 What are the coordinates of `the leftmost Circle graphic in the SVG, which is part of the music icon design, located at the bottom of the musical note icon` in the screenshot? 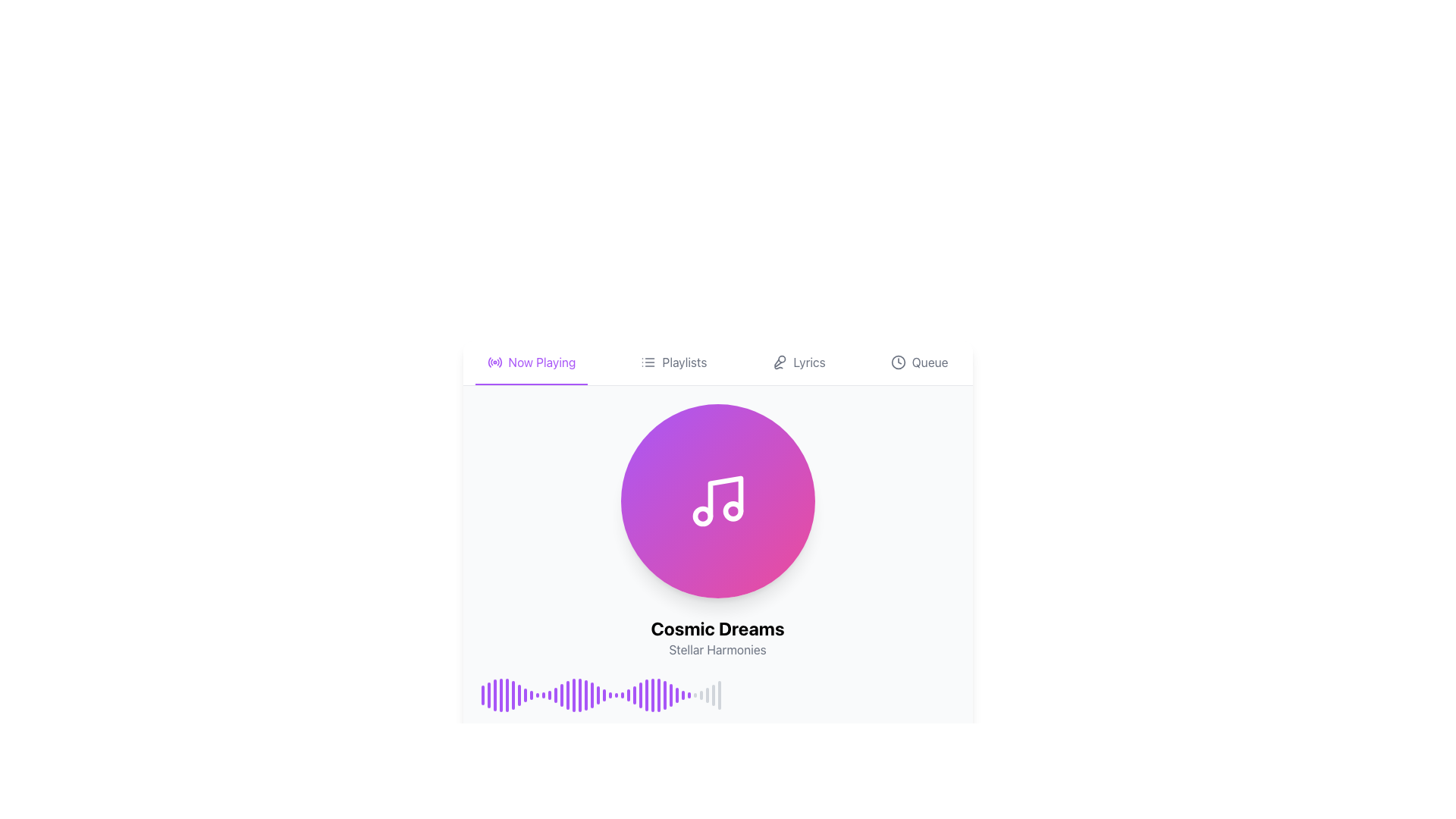 It's located at (701, 516).